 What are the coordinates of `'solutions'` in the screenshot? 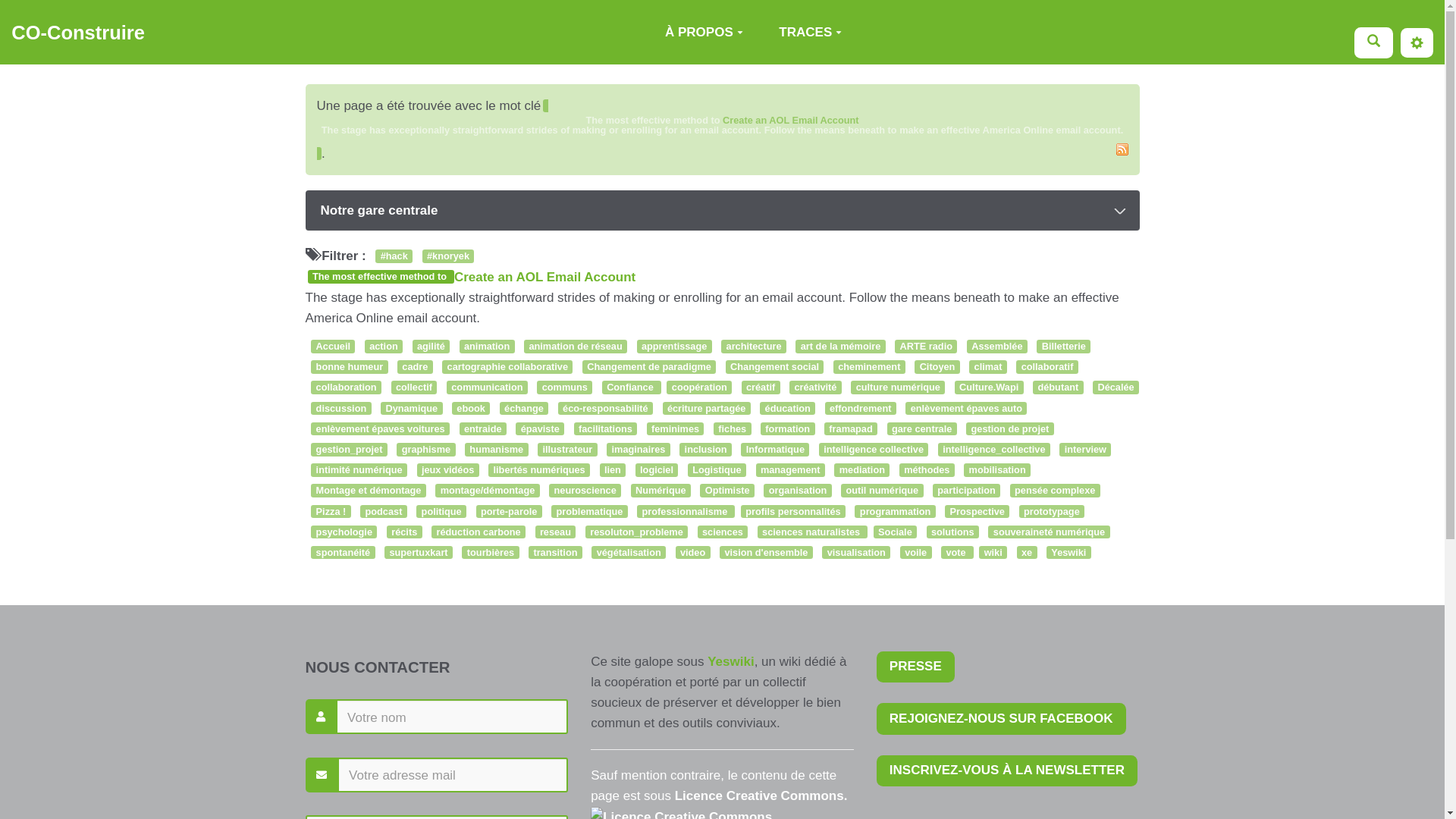 It's located at (926, 532).